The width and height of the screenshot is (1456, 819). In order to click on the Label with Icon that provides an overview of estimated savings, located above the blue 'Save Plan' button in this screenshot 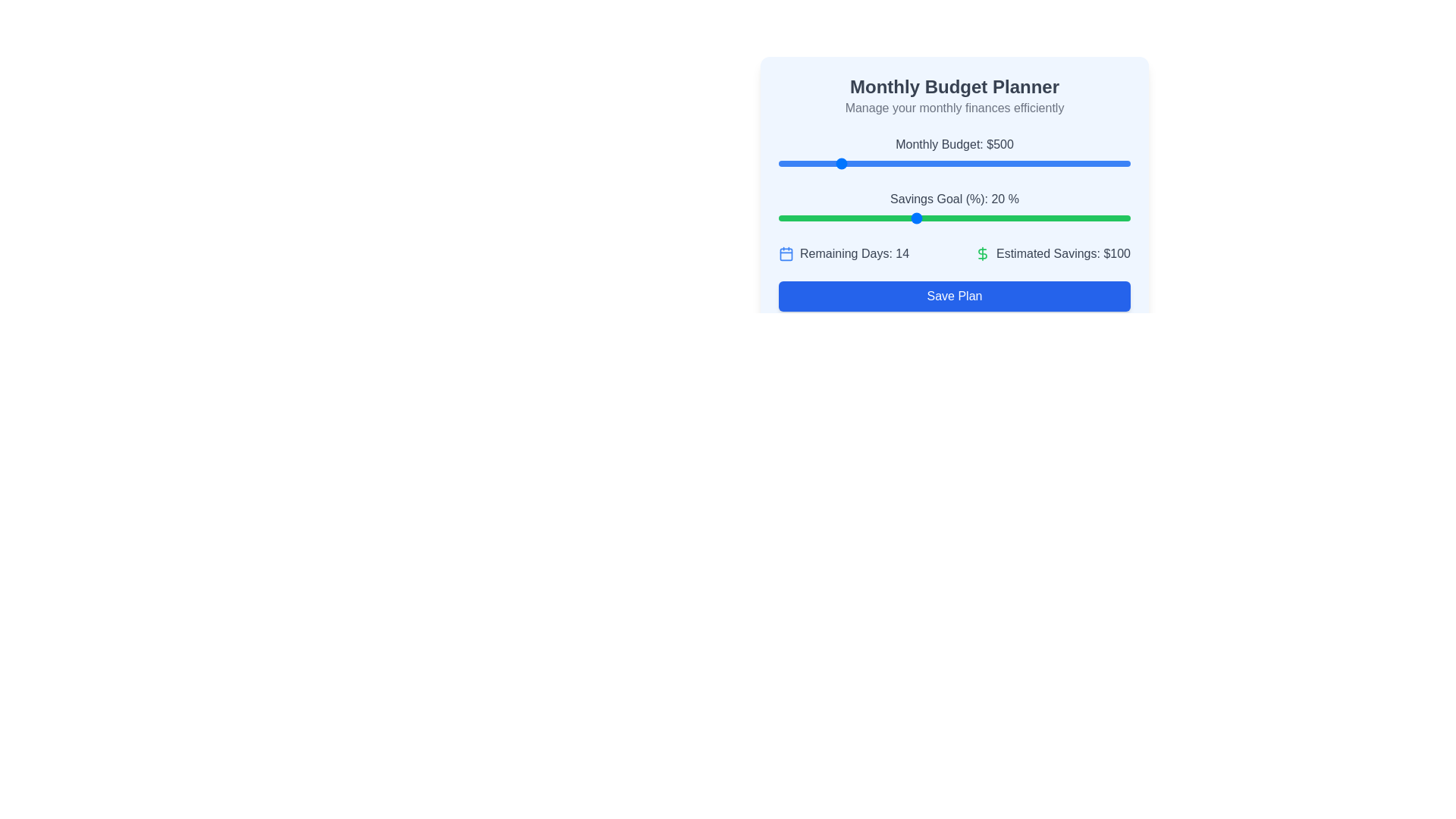, I will do `click(1052, 253)`.